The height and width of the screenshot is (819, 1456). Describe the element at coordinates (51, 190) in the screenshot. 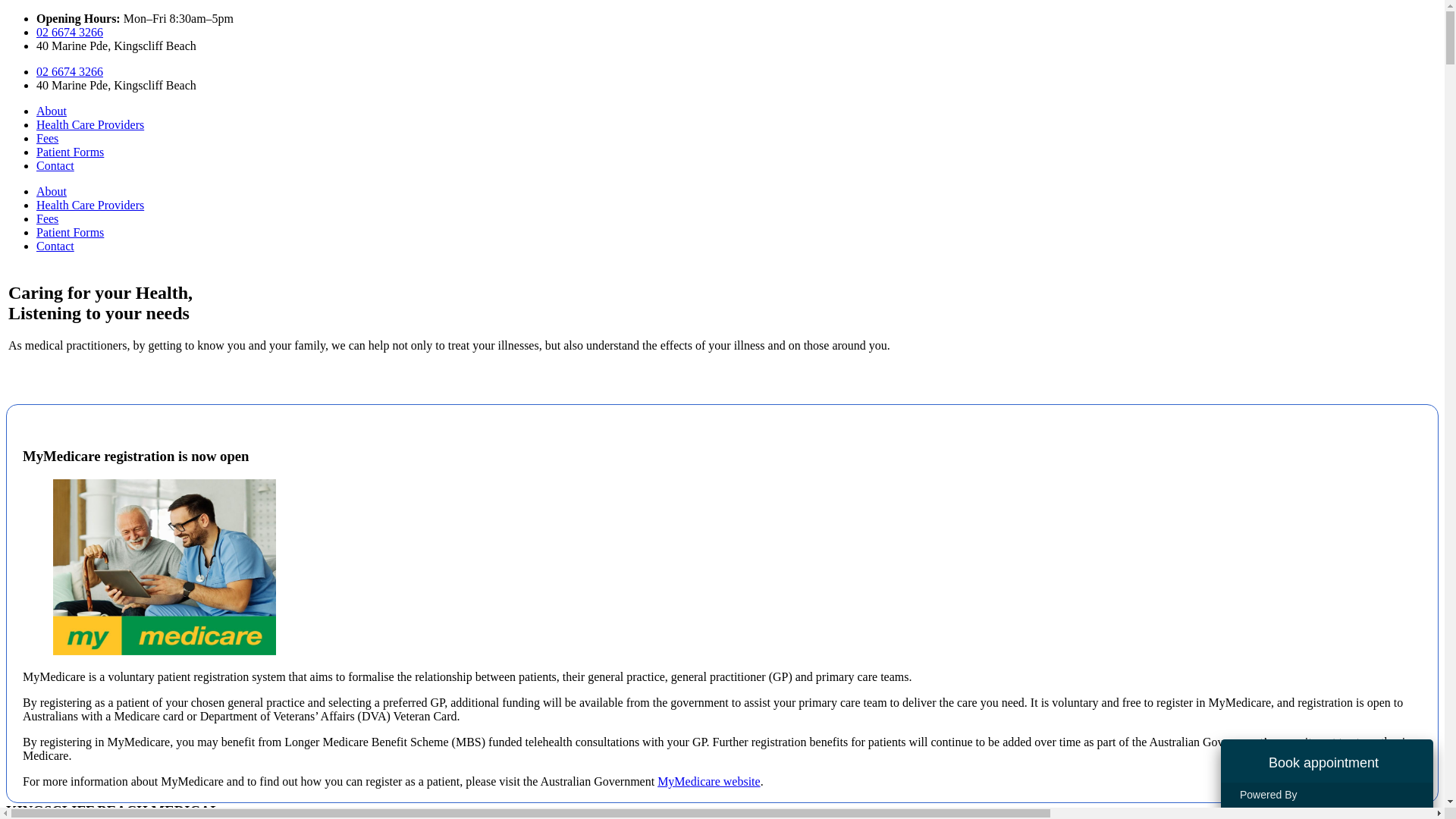

I see `'About'` at that location.